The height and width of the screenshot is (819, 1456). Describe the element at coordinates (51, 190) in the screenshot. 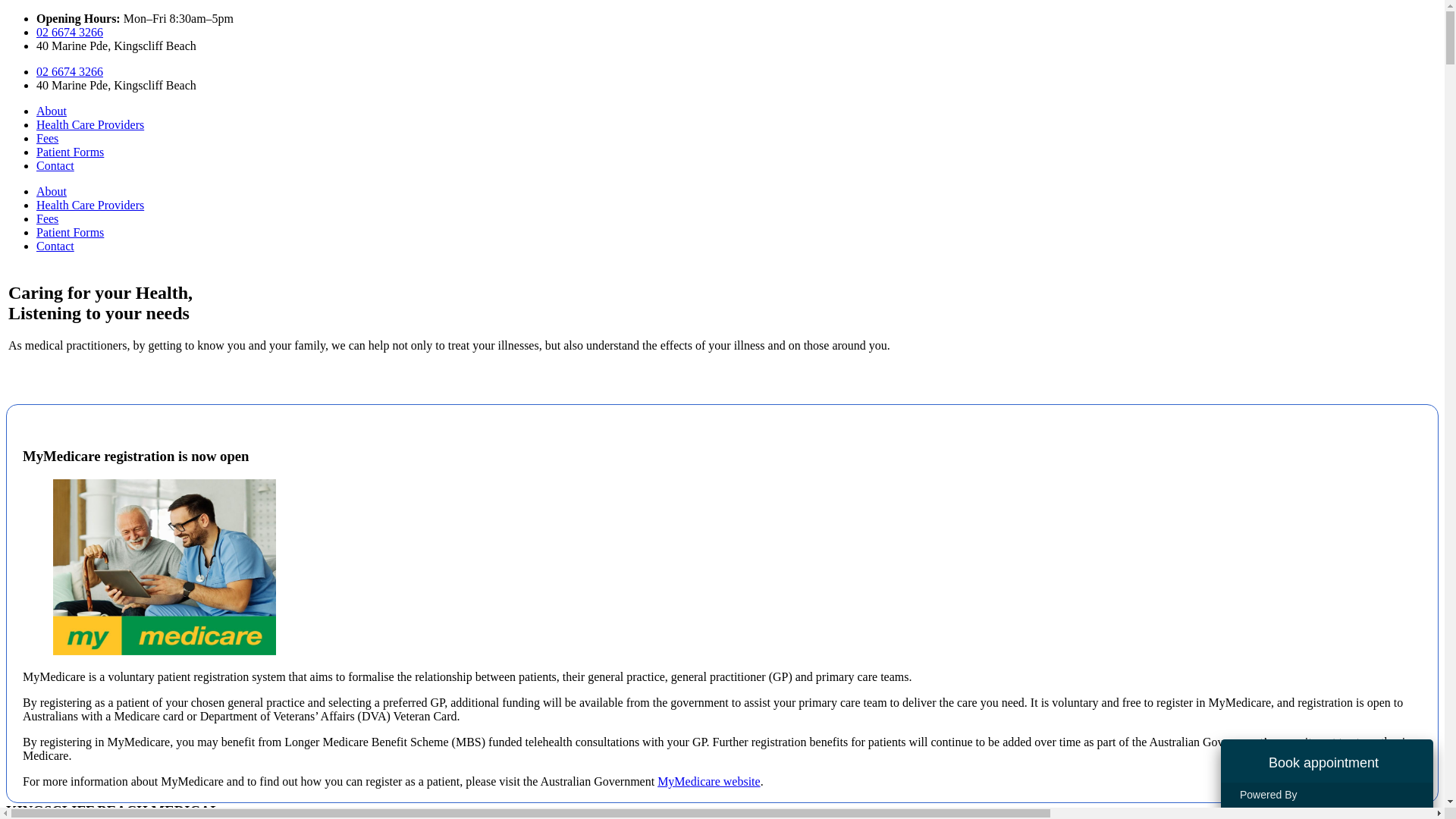

I see `'About'` at that location.